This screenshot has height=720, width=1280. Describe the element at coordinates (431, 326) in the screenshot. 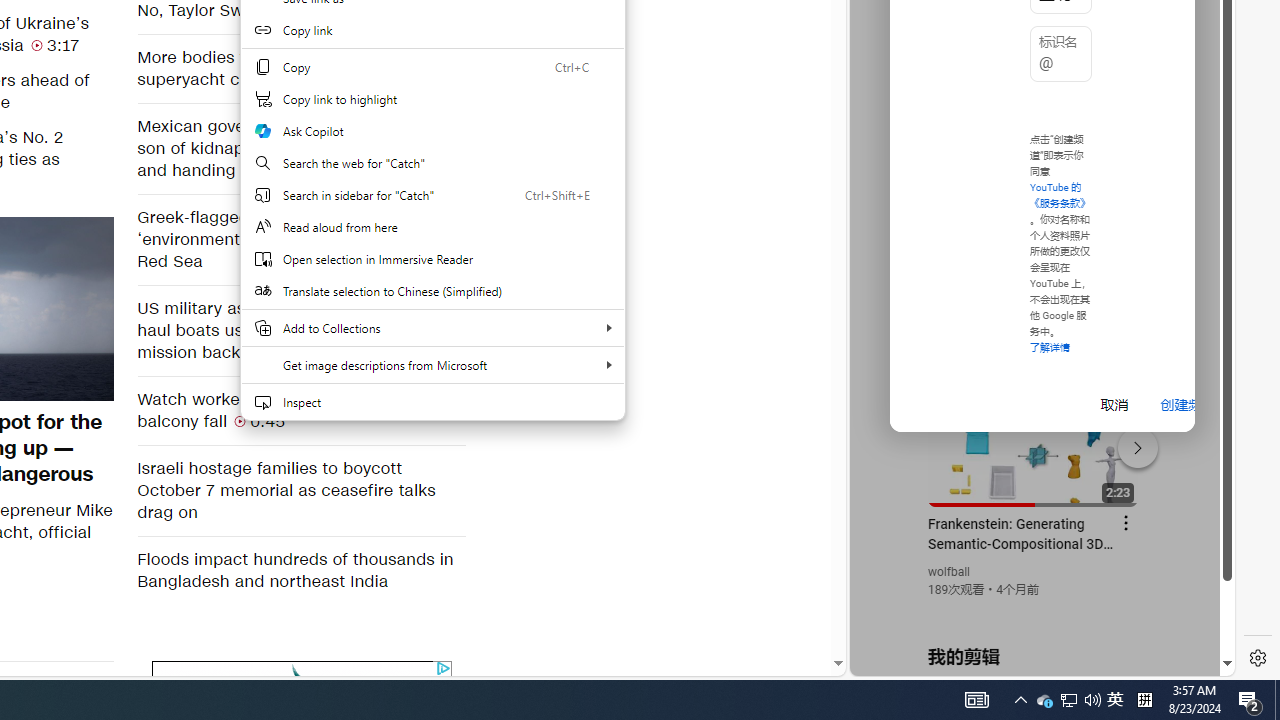

I see `'Add to Collections'` at that location.